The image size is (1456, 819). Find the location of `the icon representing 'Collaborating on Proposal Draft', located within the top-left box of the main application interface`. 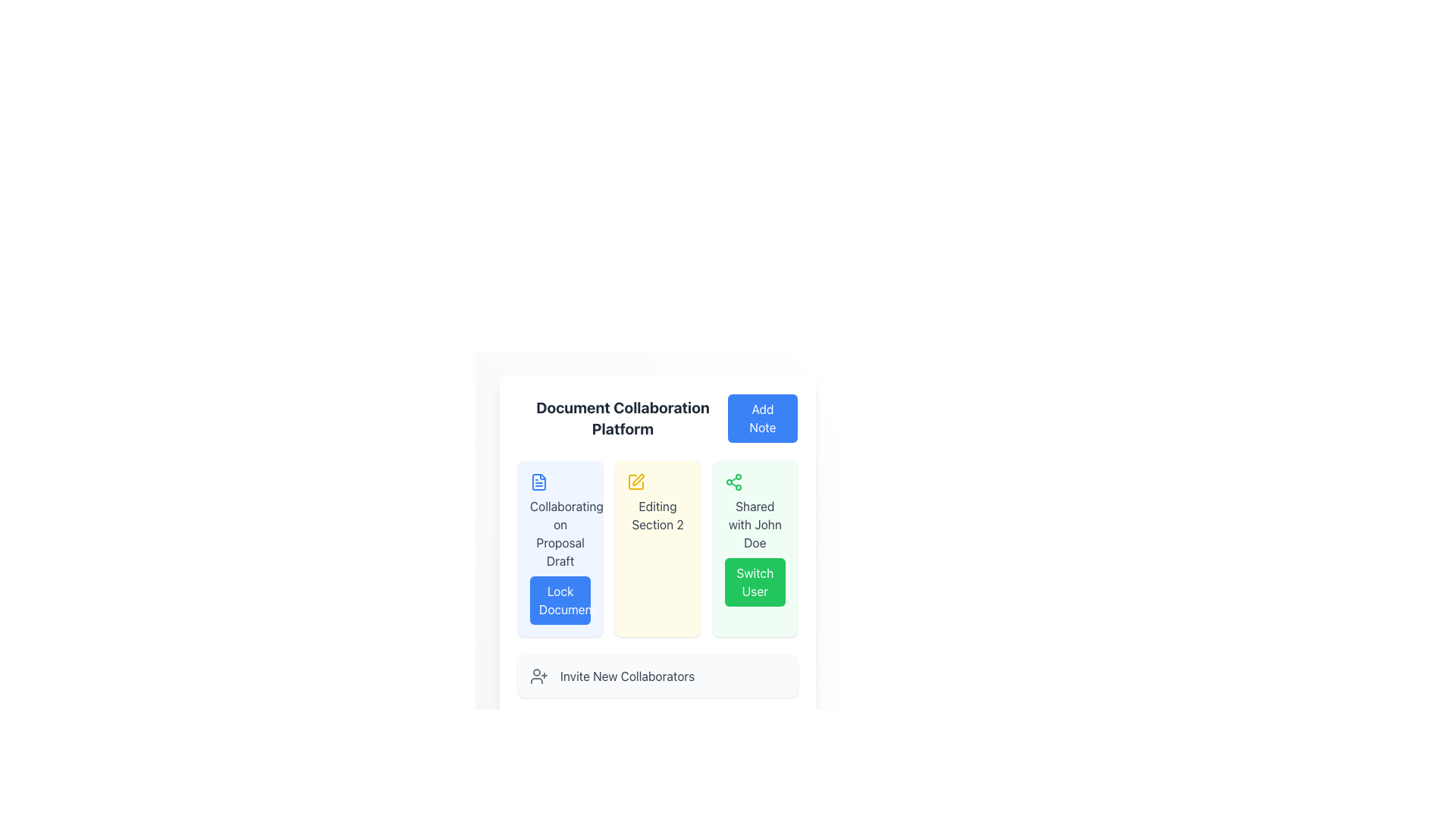

the icon representing 'Collaborating on Proposal Draft', located within the top-left box of the main application interface is located at coordinates (538, 482).